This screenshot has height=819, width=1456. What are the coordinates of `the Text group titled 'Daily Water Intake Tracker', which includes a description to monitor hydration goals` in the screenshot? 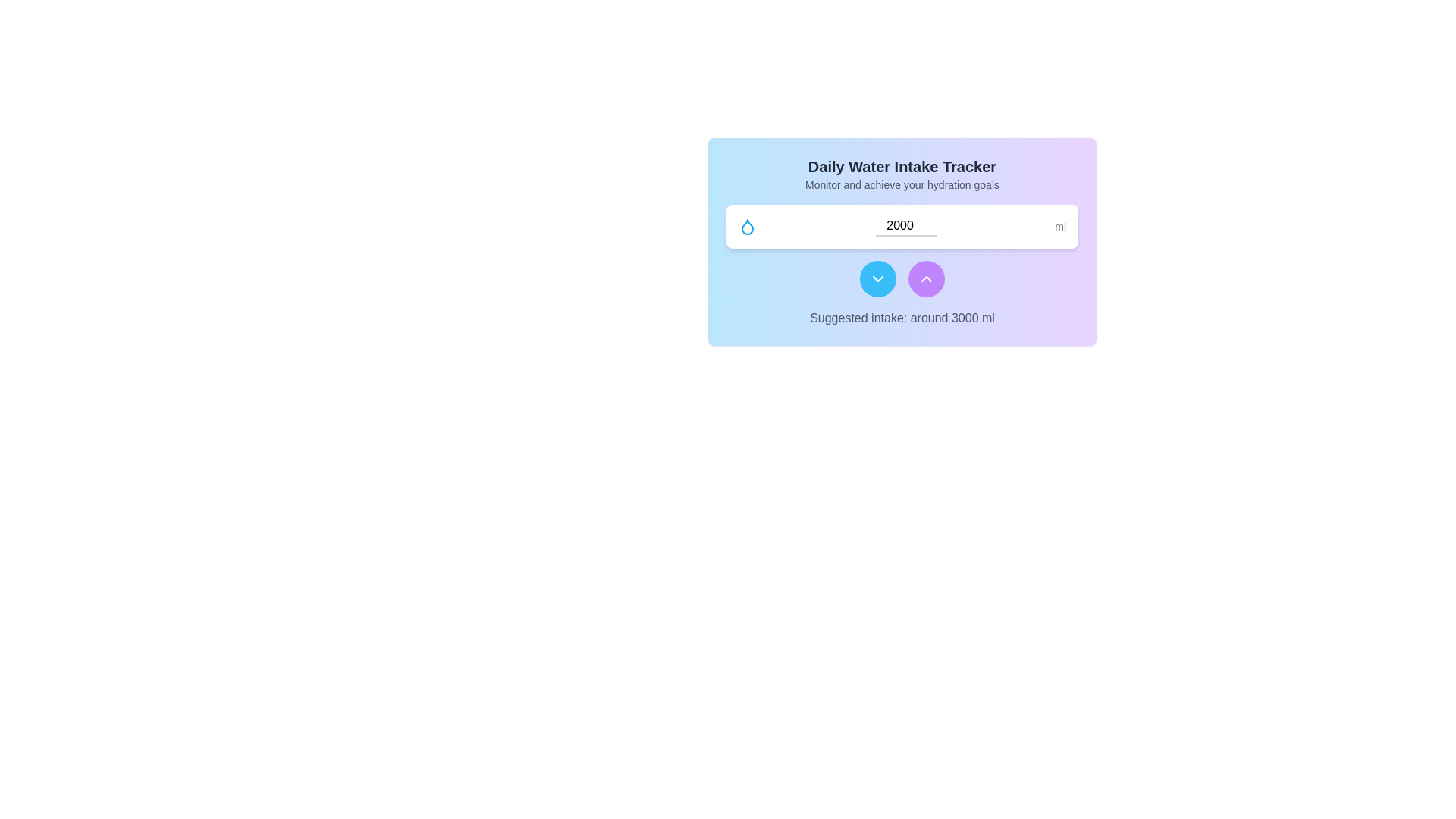 It's located at (902, 174).